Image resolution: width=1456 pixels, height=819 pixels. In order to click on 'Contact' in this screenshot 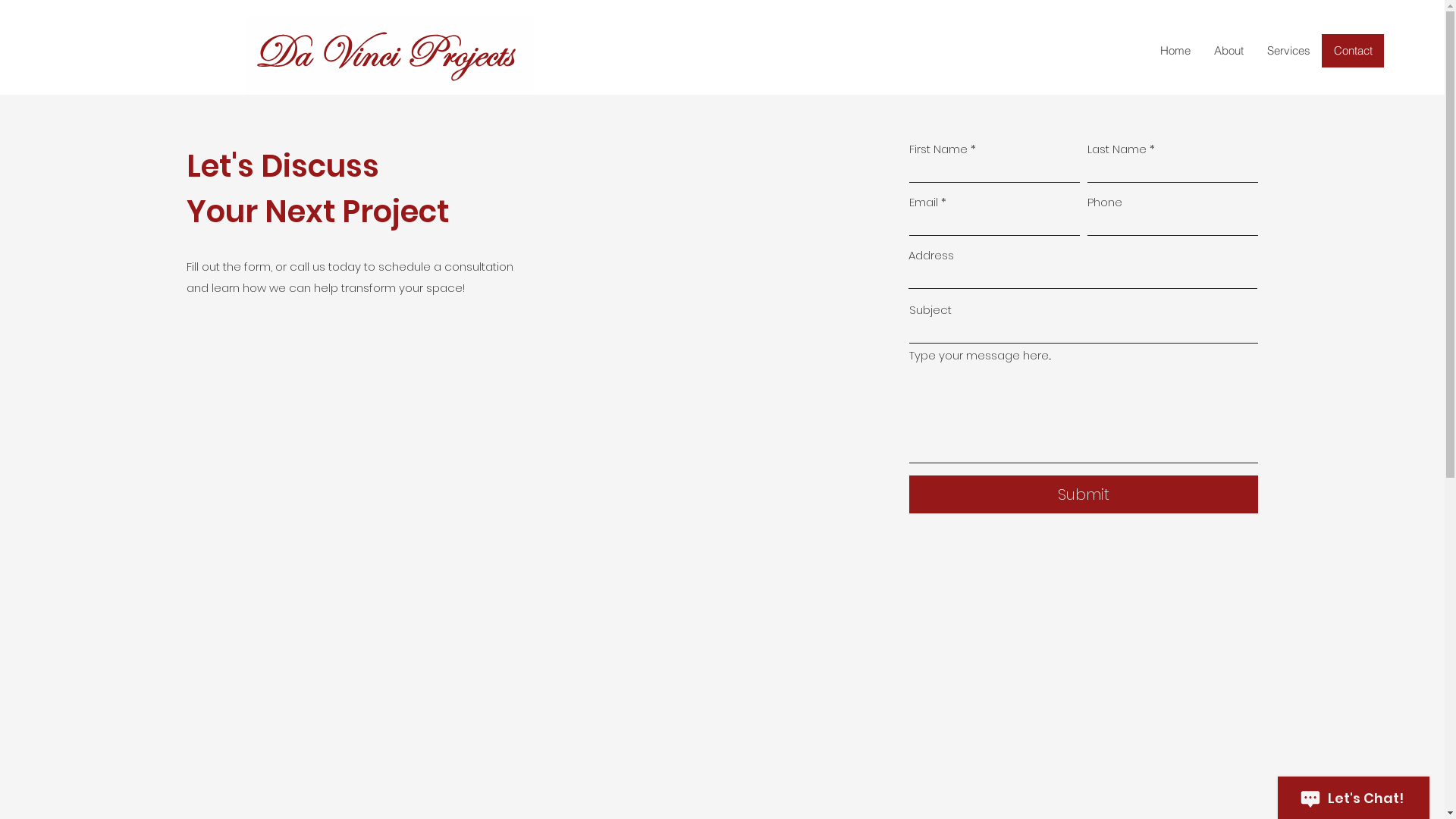, I will do `click(1353, 49)`.